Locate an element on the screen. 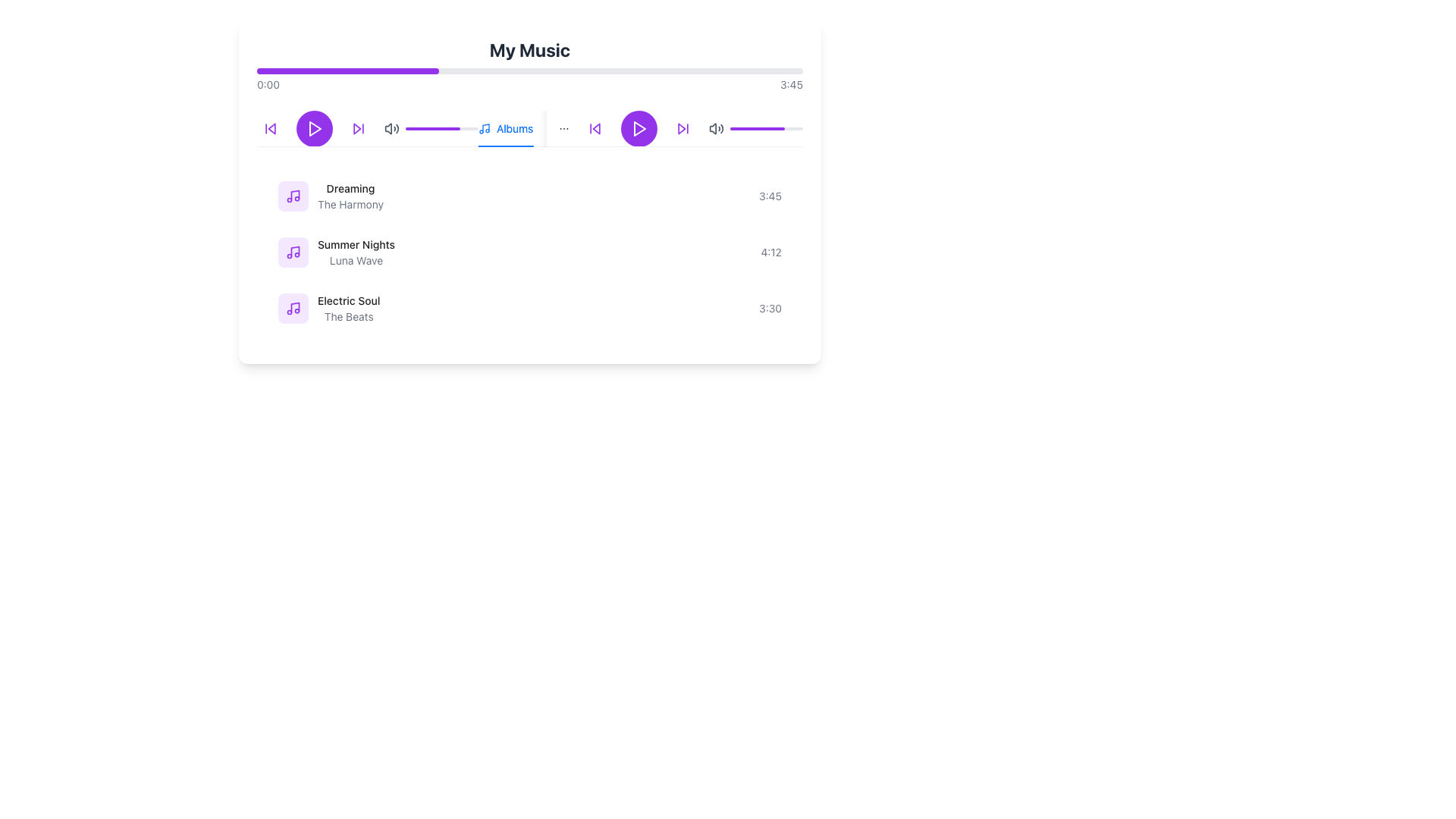 This screenshot has width=1456, height=819. the progress value is located at coordinates (475, 127).